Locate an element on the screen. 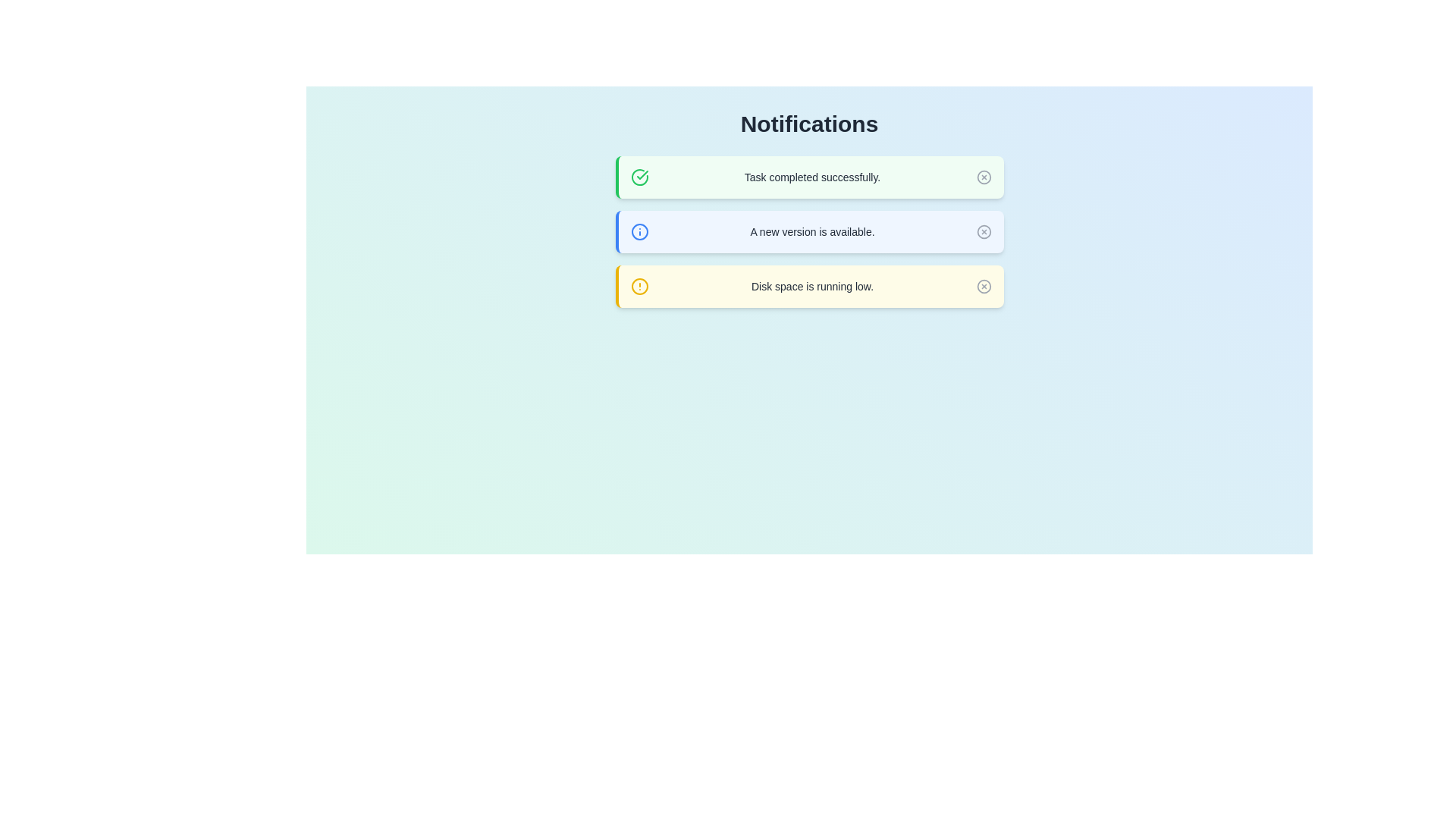 This screenshot has width=1456, height=819. close button for the notification with message 'Disk space is running low.' is located at coordinates (984, 287).